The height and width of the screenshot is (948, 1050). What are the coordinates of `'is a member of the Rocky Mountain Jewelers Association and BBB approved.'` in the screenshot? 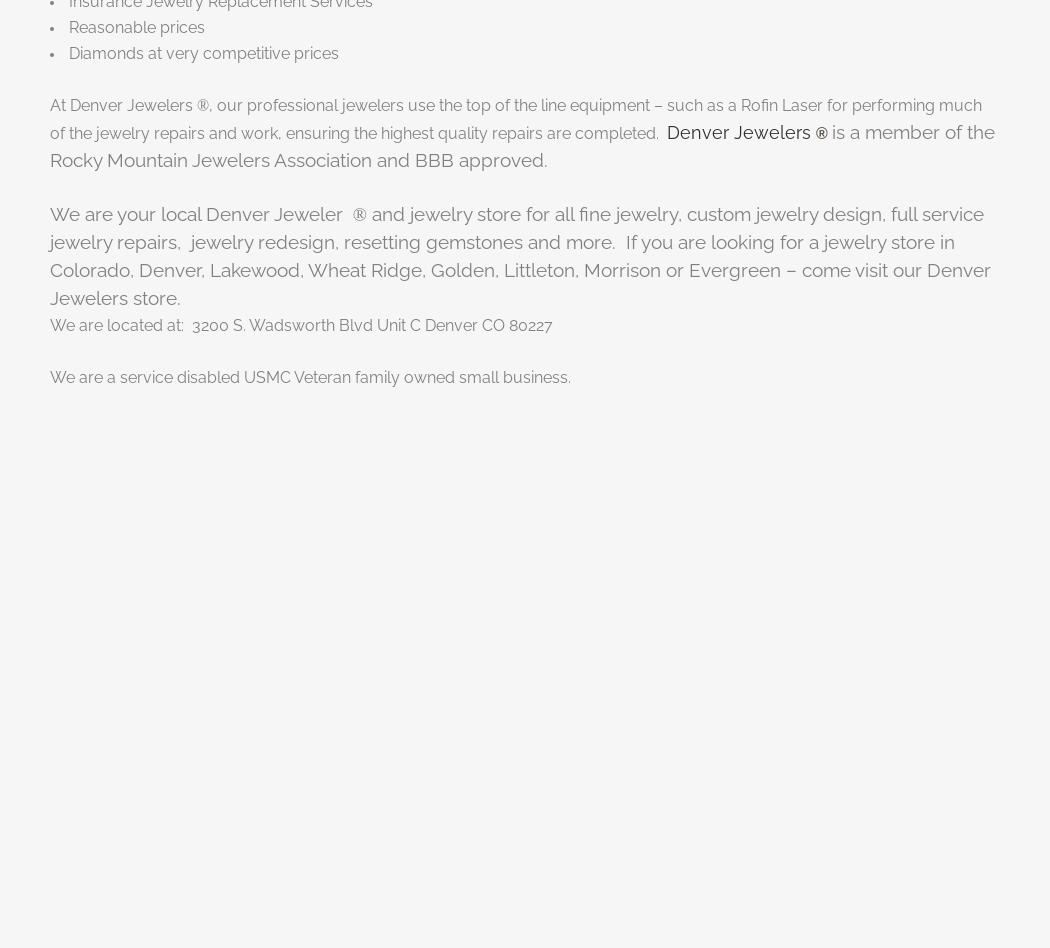 It's located at (520, 144).